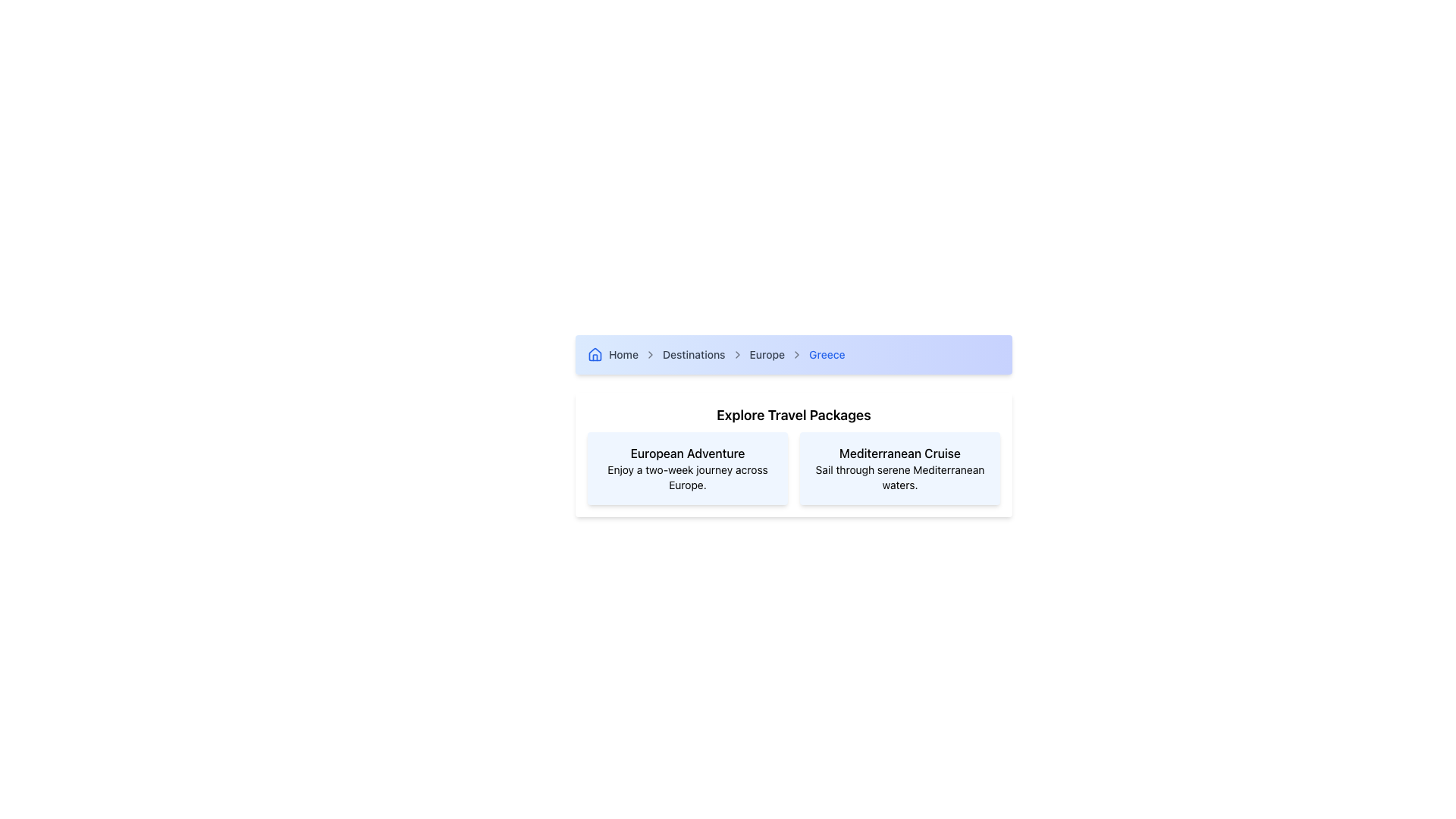  I want to click on the Breadcrumb Navigation Bar, which is the last part of a breadcrumb navigation sequence, following 'Home', 'Destinations', and 'Europe', so click(792, 354).